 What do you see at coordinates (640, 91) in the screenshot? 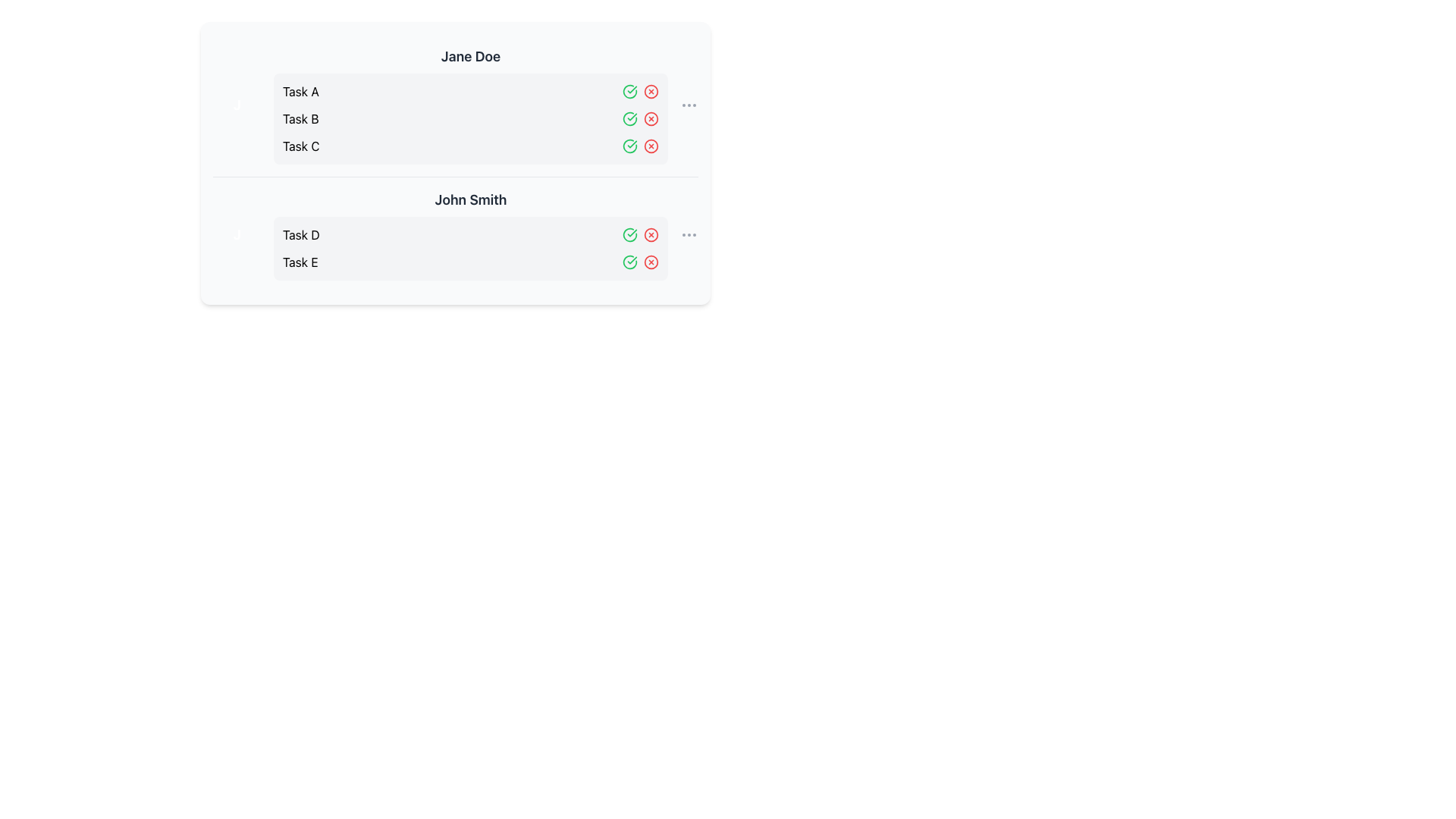
I see `the group of action icons located at the rightmost side of the row labeled 'Task A' under the 'Jane Doe' section` at bounding box center [640, 91].